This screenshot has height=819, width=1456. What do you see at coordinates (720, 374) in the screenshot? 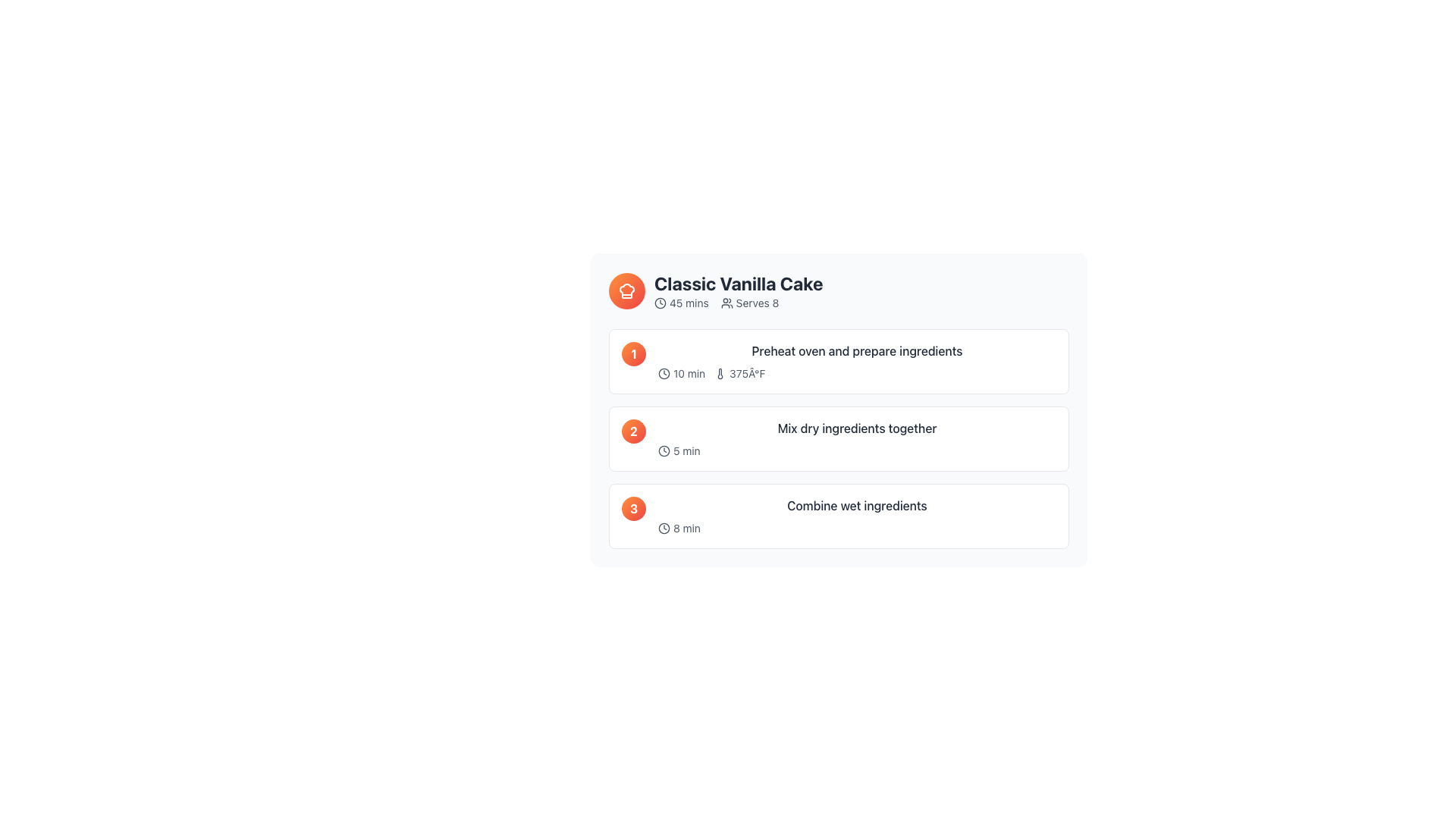
I see `the thermometer icon in the first step block of the recipe interface, which is associated with 'Preheat oven and prepare ingredients'` at bounding box center [720, 374].